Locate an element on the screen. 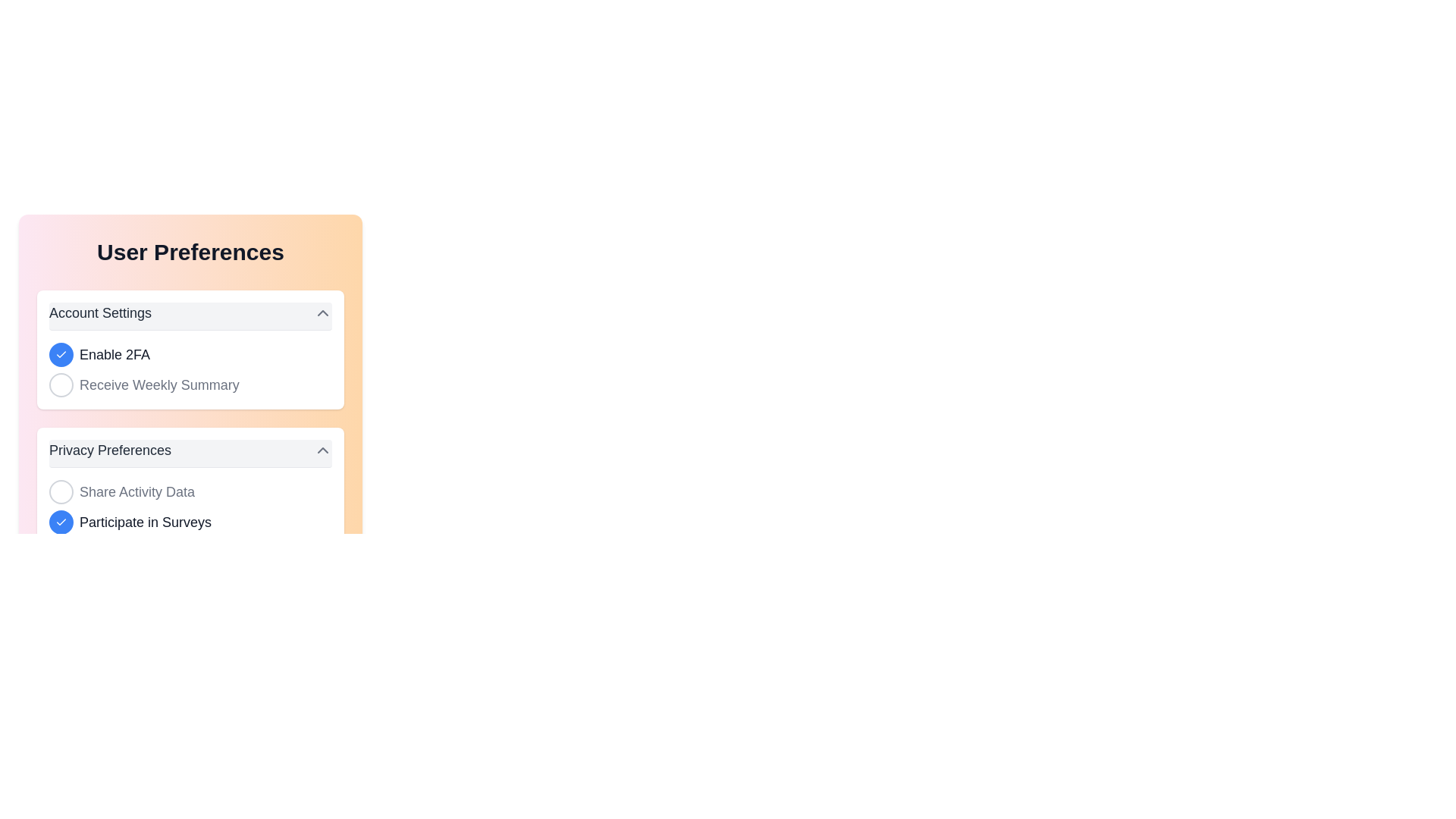  the privacy preferences checkbox that manages sharing activity data for additional information is located at coordinates (190, 491).